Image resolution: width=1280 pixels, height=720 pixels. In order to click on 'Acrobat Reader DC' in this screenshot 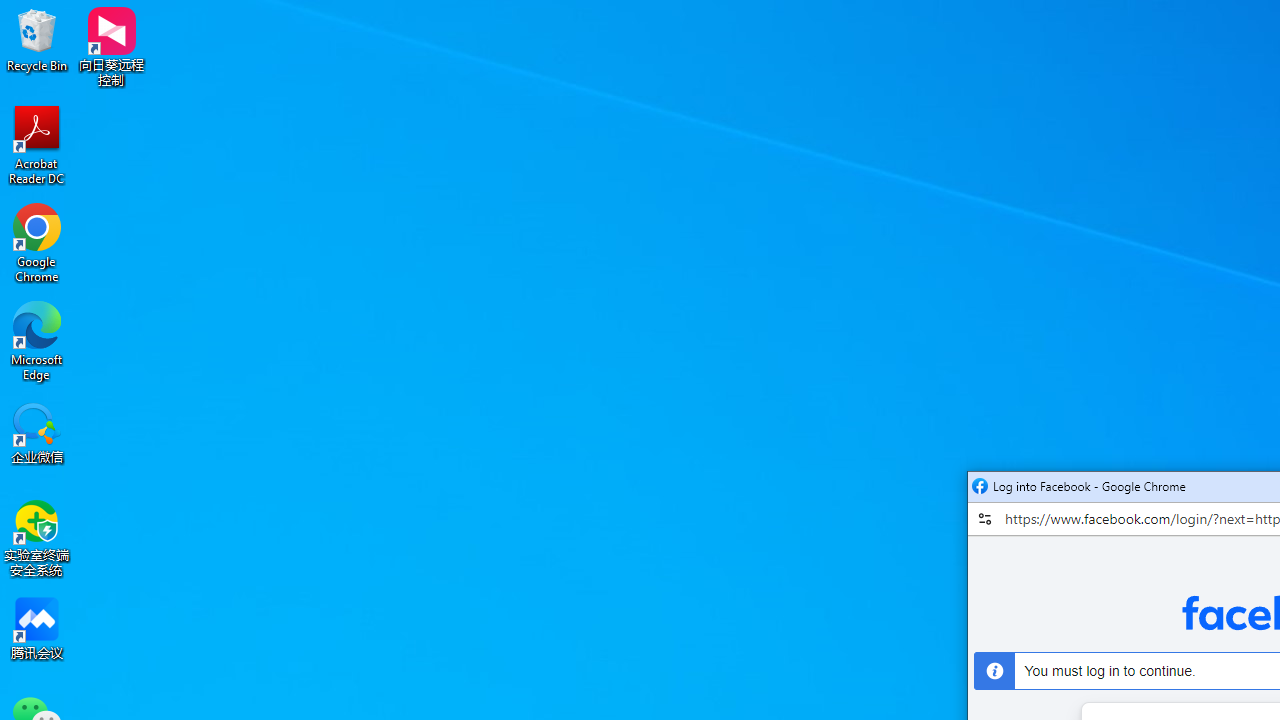, I will do `click(37, 144)`.